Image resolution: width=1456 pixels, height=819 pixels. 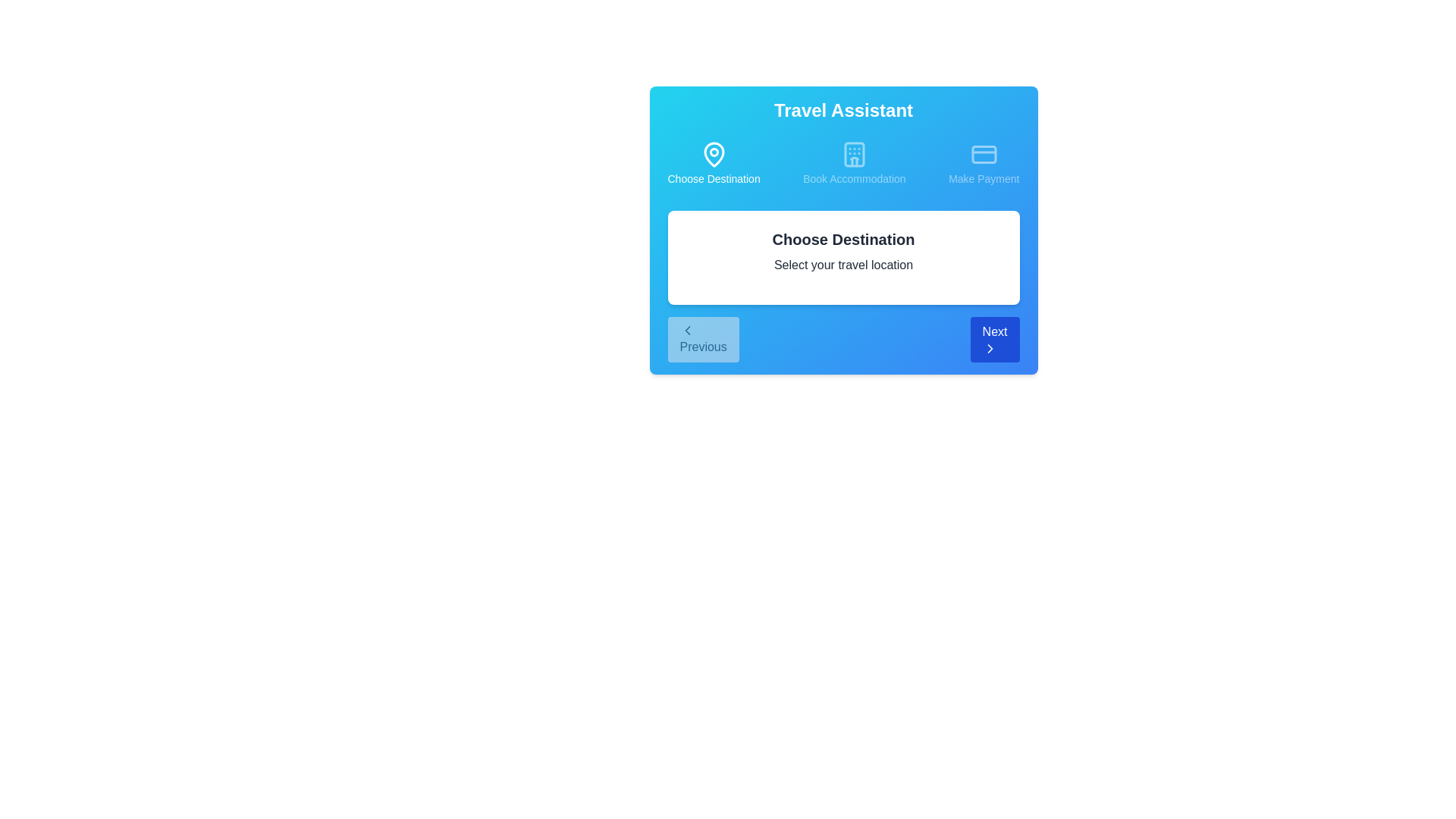 What do you see at coordinates (984, 164) in the screenshot?
I see `the step icon corresponding to Make Payment to navigate to that step` at bounding box center [984, 164].